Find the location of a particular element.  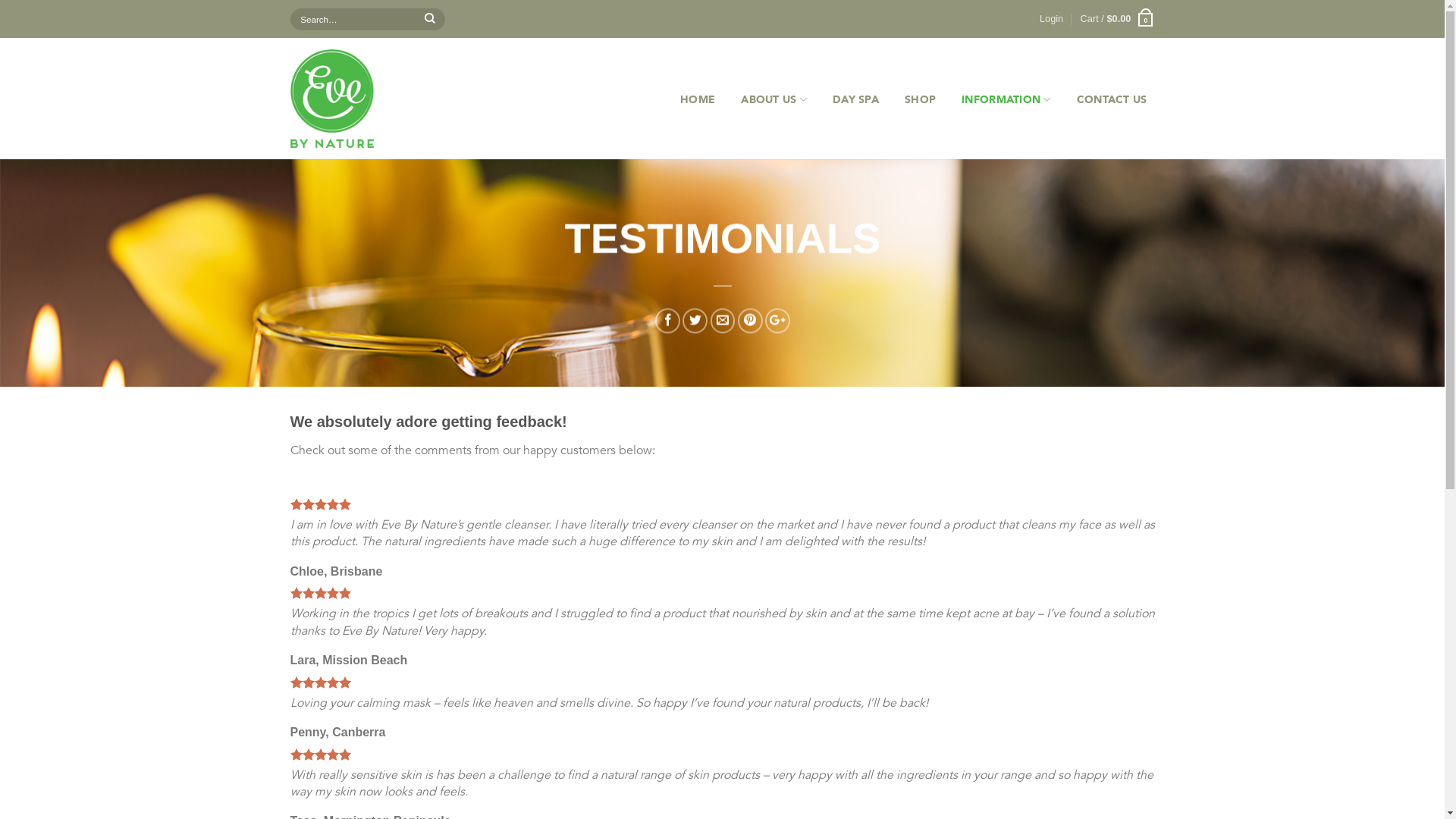

'HOME' is located at coordinates (672, 99).